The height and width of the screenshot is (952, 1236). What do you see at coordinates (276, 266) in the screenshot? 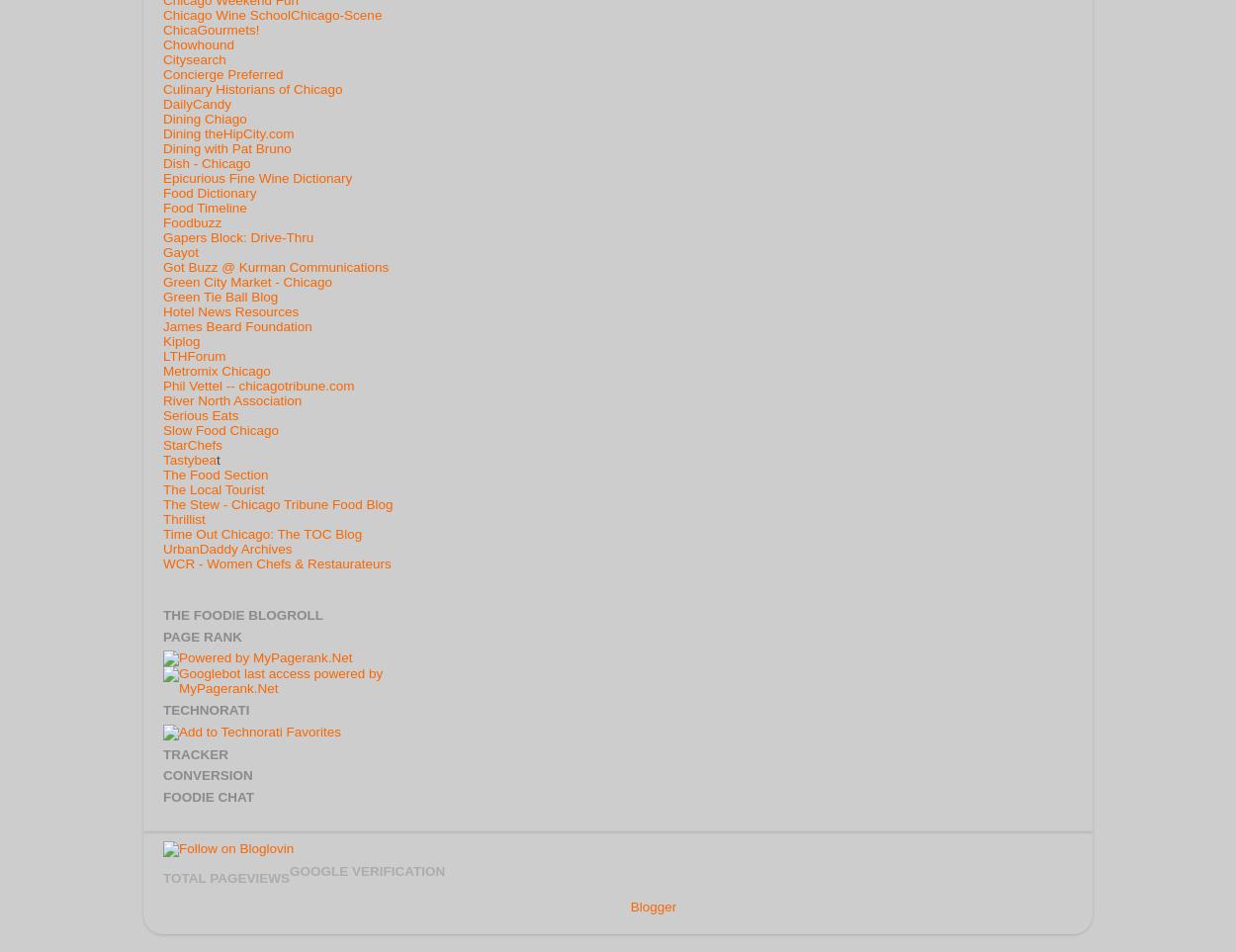
I see `'Got Buzz @ Kurman Communications'` at bounding box center [276, 266].